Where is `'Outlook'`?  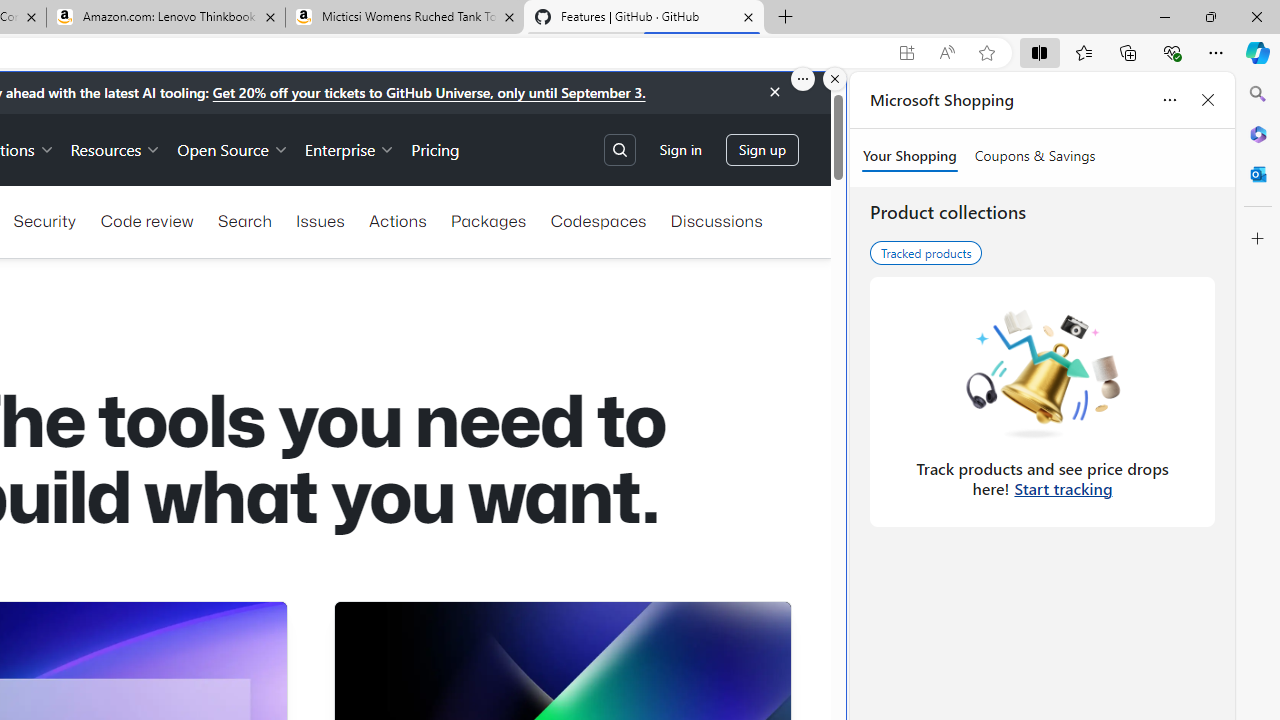
'Outlook' is located at coordinates (1257, 173).